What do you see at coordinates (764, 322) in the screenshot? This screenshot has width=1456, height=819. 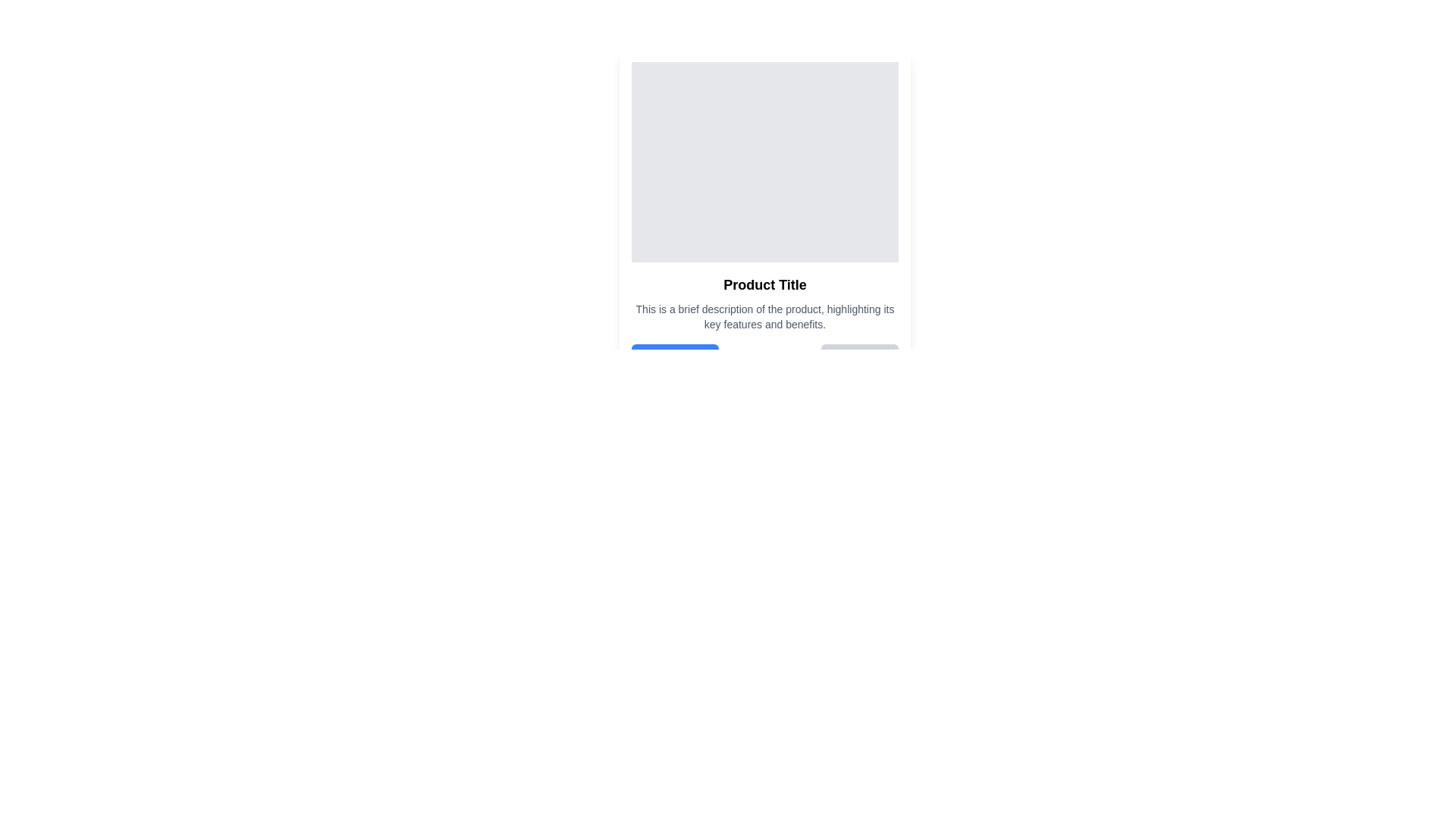 I see `the Text Block that contains the heading 'Product Title' and the description 'This is a brief description of the product, highlighting its key features and benefits.'` at bounding box center [764, 322].